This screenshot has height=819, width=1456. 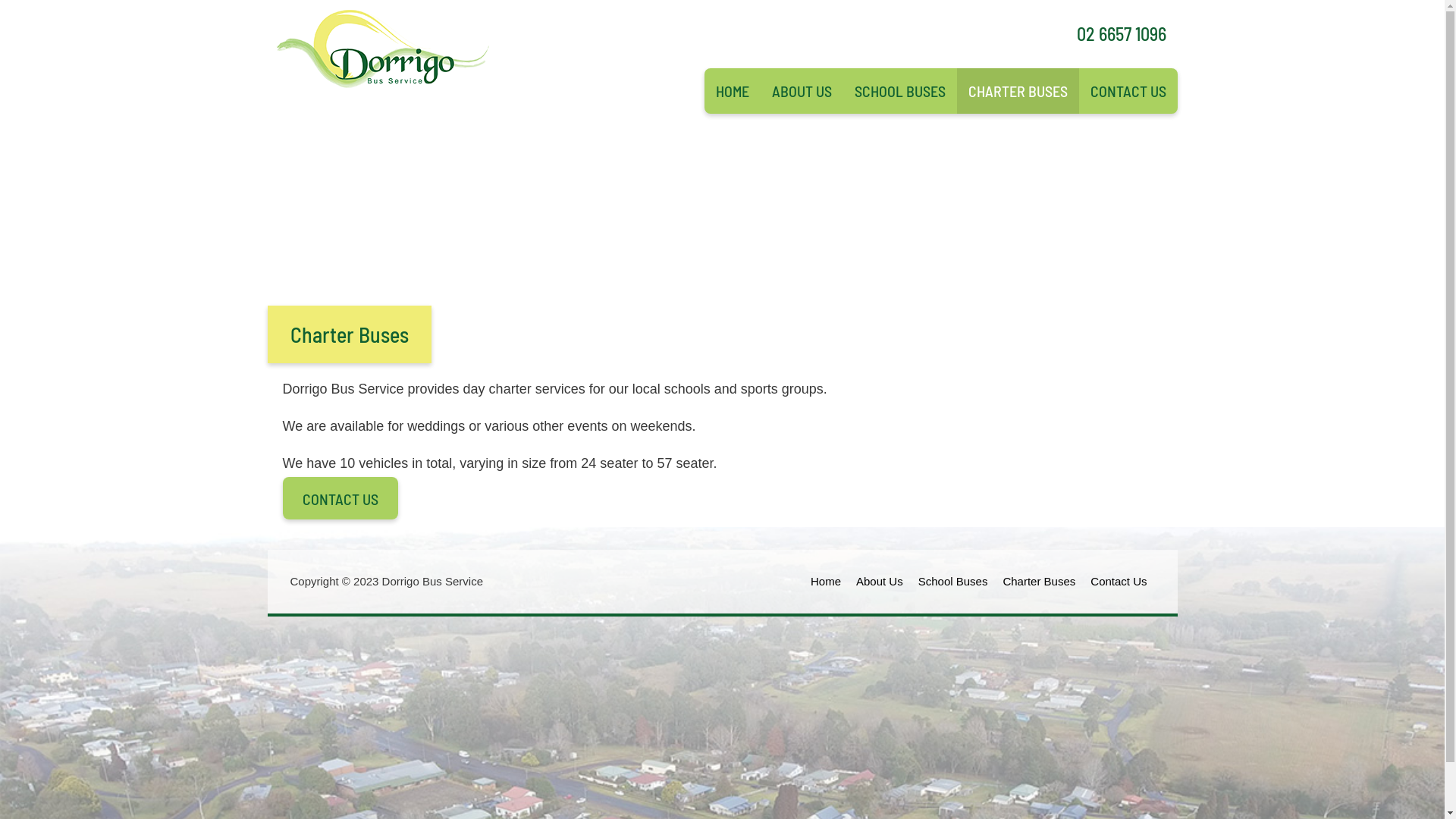 What do you see at coordinates (910, 581) in the screenshot?
I see `'School Buses'` at bounding box center [910, 581].